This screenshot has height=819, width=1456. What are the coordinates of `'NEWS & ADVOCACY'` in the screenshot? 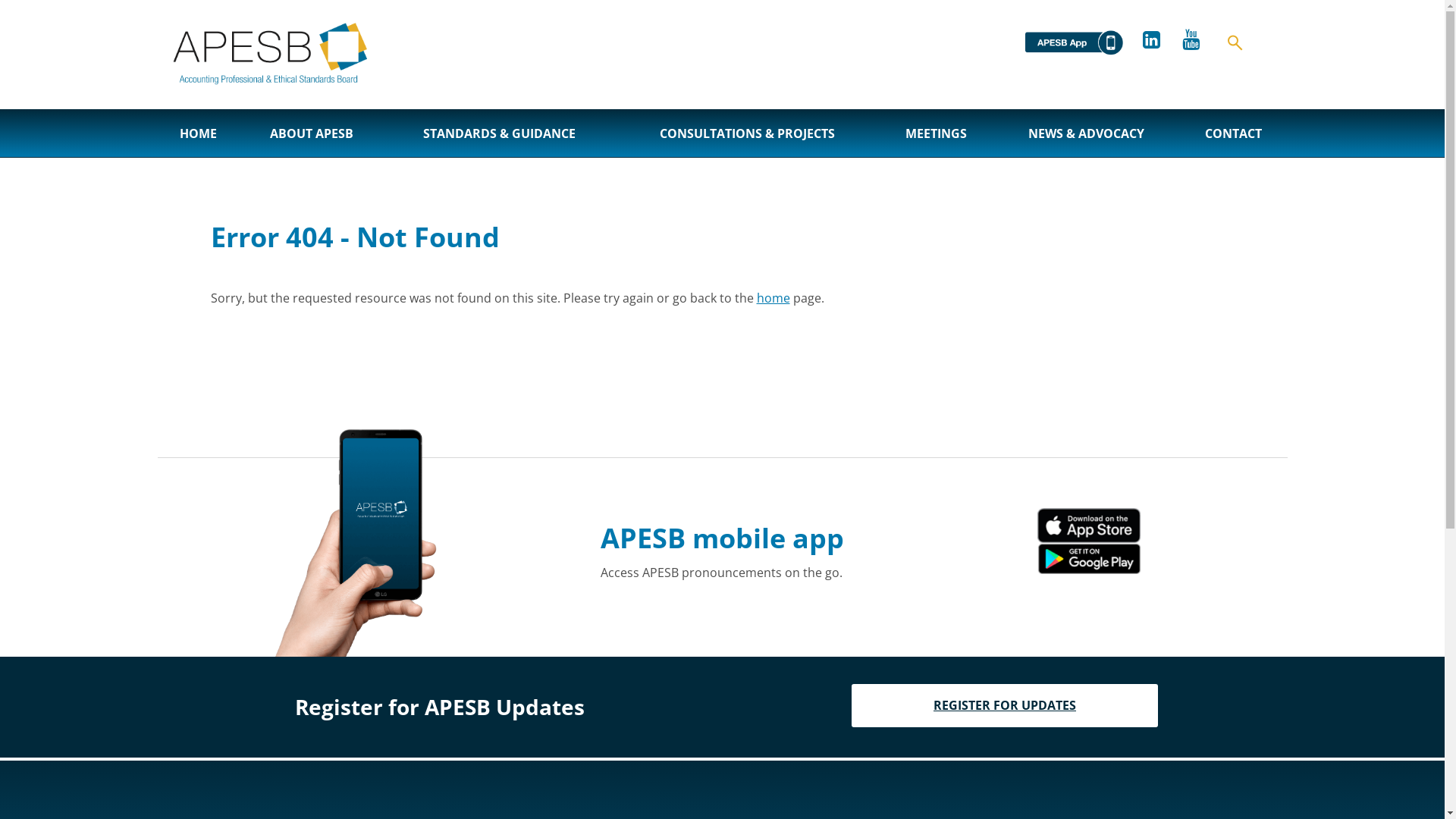 It's located at (993, 133).